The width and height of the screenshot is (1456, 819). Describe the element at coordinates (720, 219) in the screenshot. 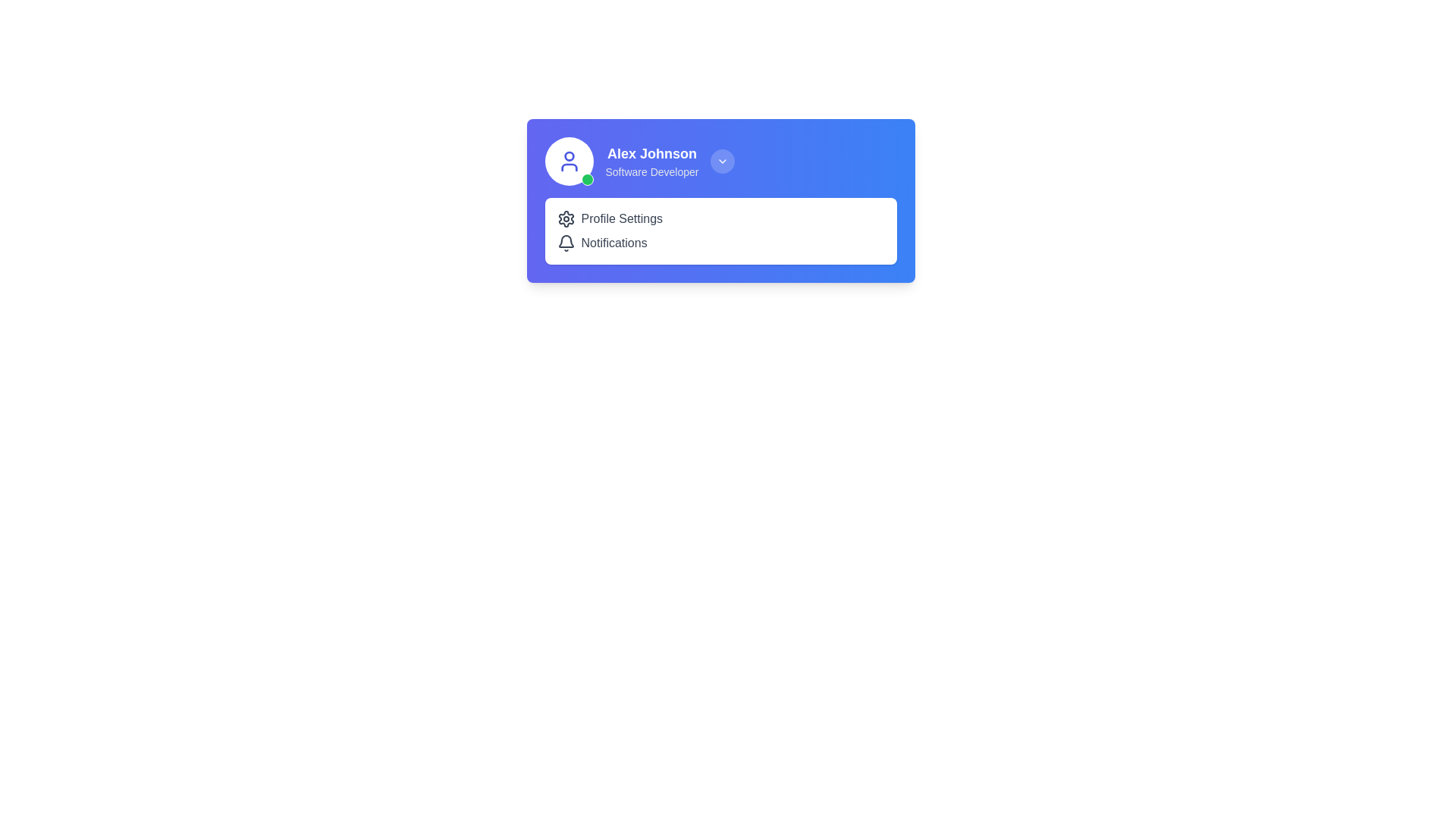

I see `the profile settings button located in the white rectangular section above the Notifications element to trigger a visual state change` at that location.